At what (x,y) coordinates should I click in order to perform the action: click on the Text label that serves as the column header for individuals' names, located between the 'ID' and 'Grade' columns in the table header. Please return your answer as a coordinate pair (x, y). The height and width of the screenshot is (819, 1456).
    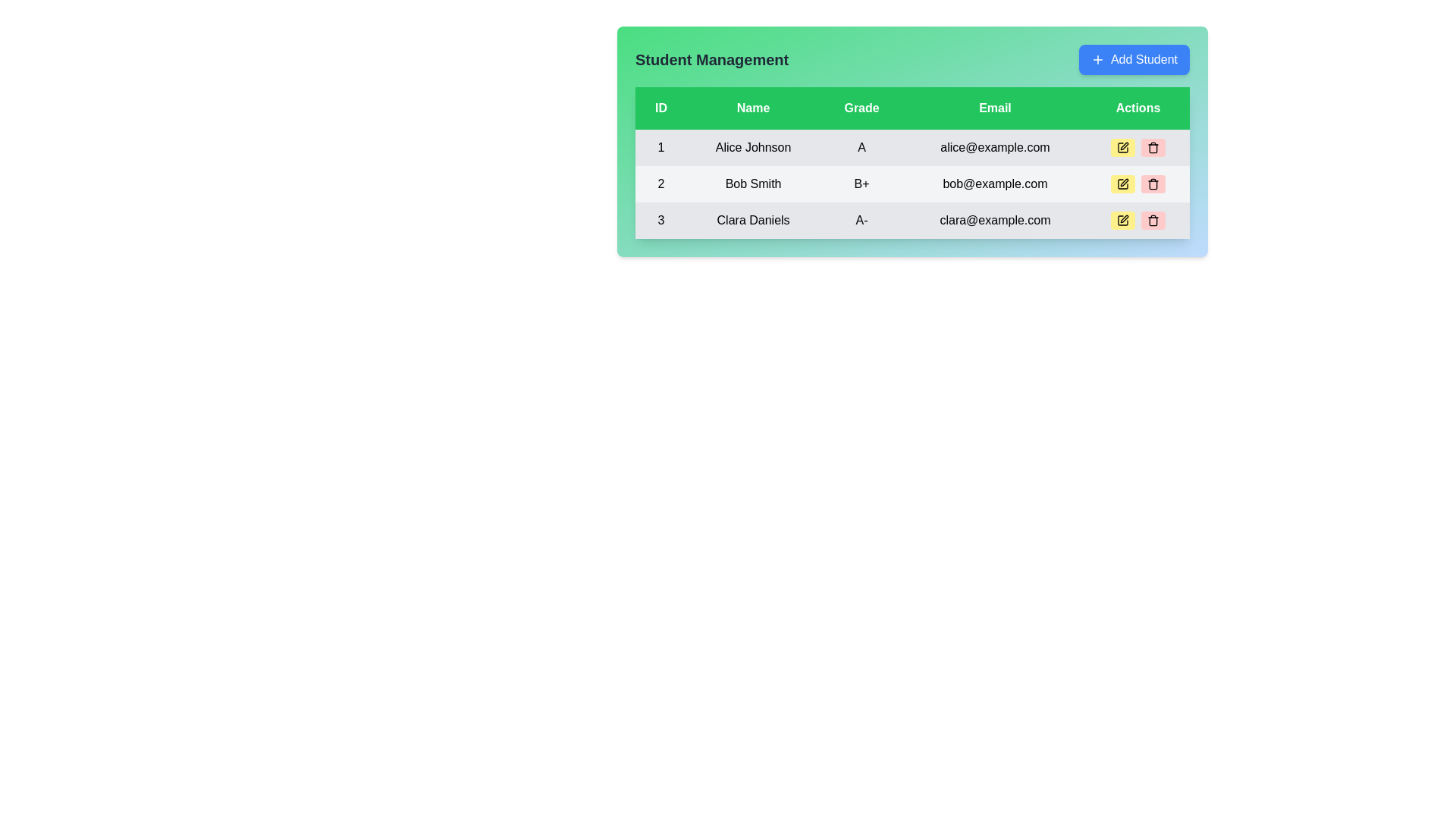
    Looking at the image, I should click on (753, 107).